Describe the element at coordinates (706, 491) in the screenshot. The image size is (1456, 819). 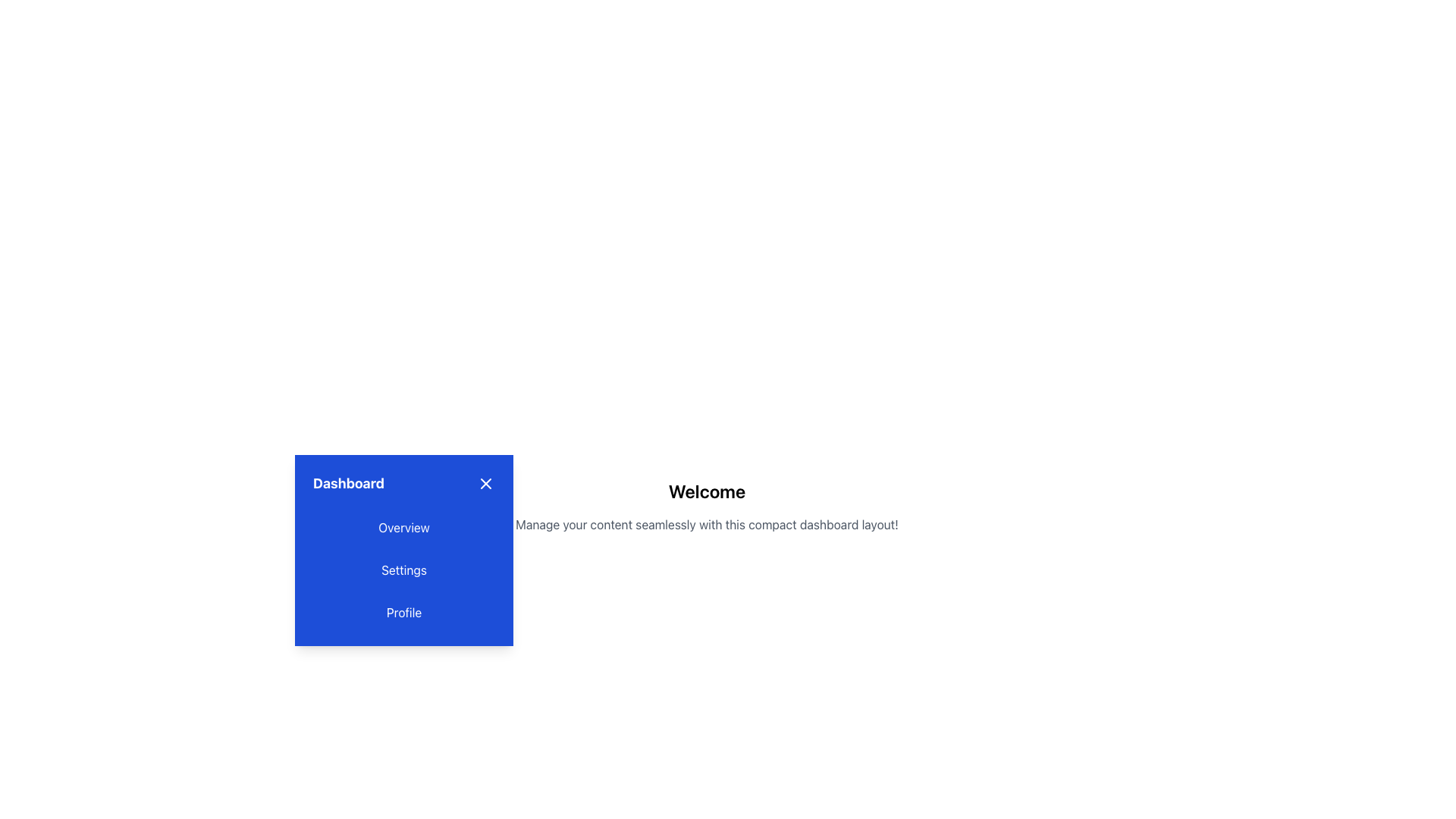
I see `the welcoming header text located in the overview section, positioned above the content management description` at that location.